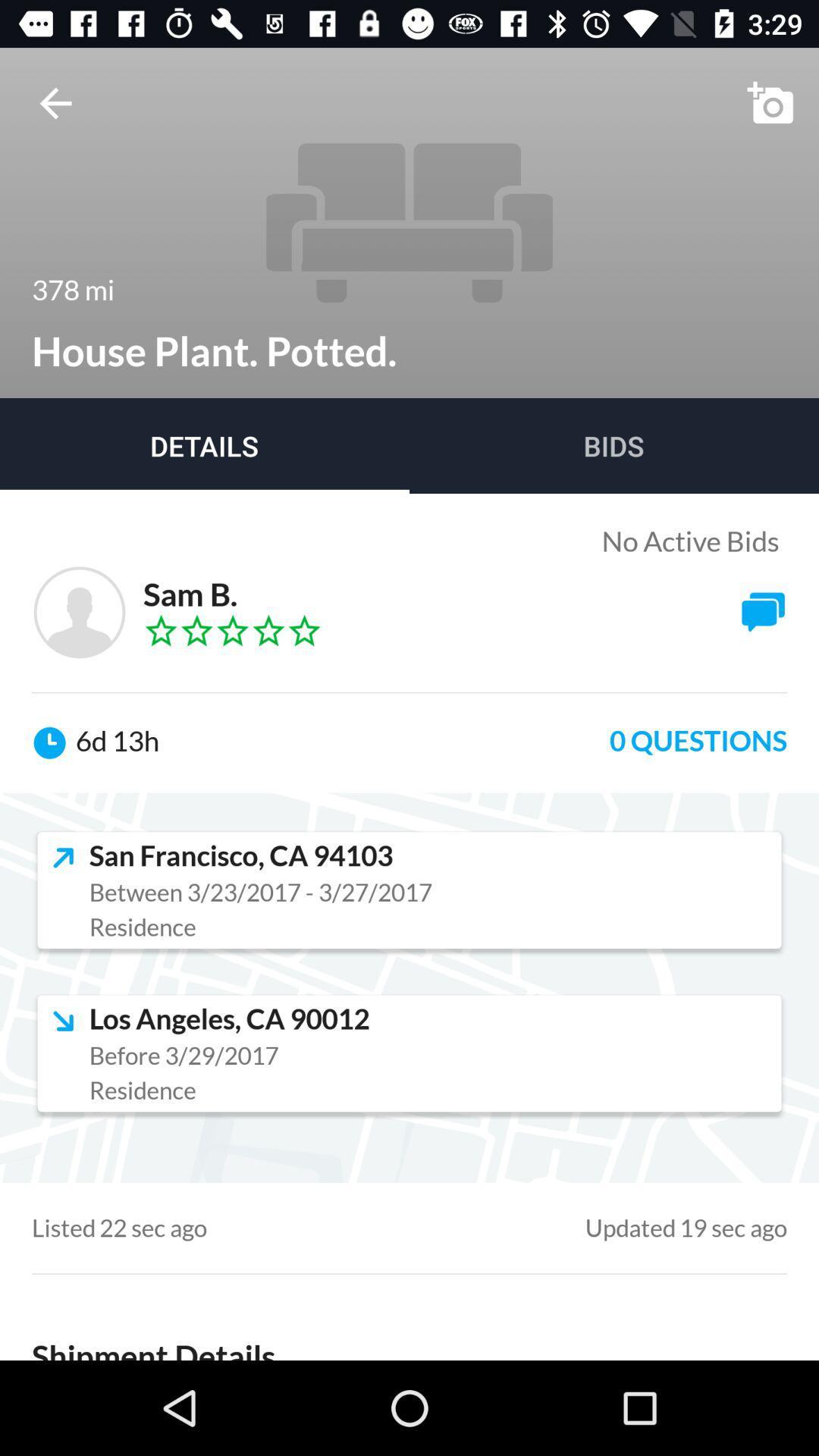  What do you see at coordinates (763, 612) in the screenshot?
I see `the chat icon` at bounding box center [763, 612].